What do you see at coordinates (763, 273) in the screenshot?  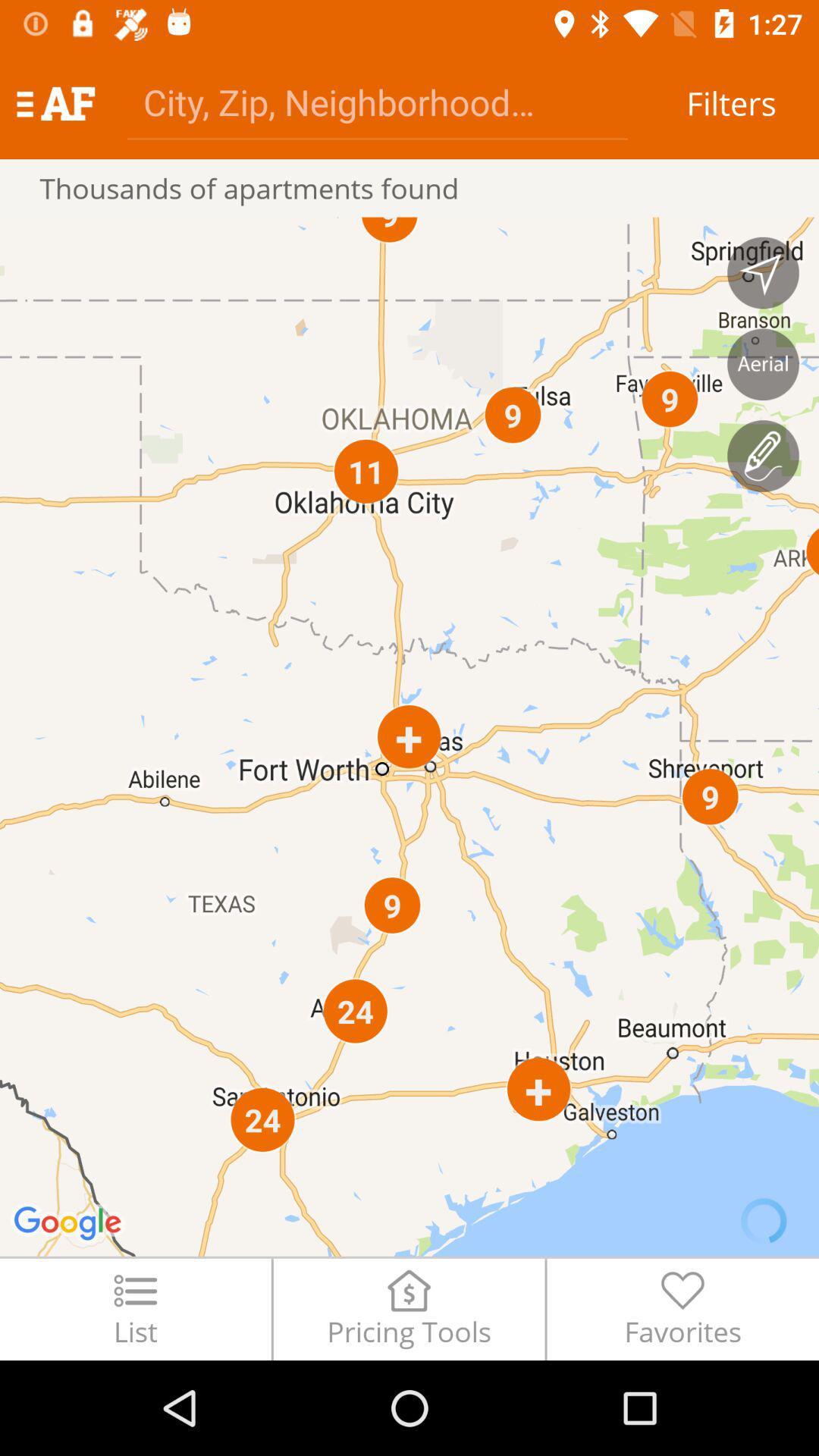 I see `goes to user location` at bounding box center [763, 273].